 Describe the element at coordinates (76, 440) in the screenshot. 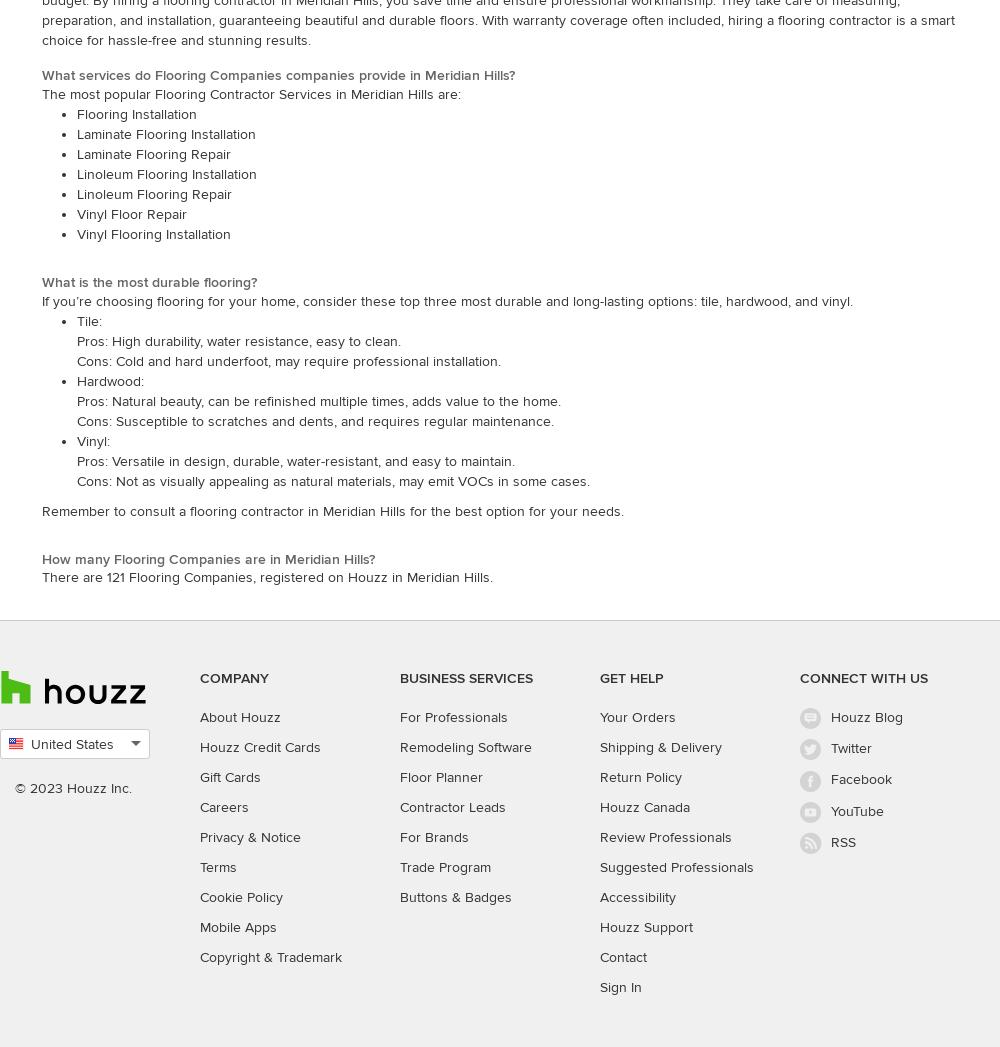

I see `'Vinyl:'` at that location.